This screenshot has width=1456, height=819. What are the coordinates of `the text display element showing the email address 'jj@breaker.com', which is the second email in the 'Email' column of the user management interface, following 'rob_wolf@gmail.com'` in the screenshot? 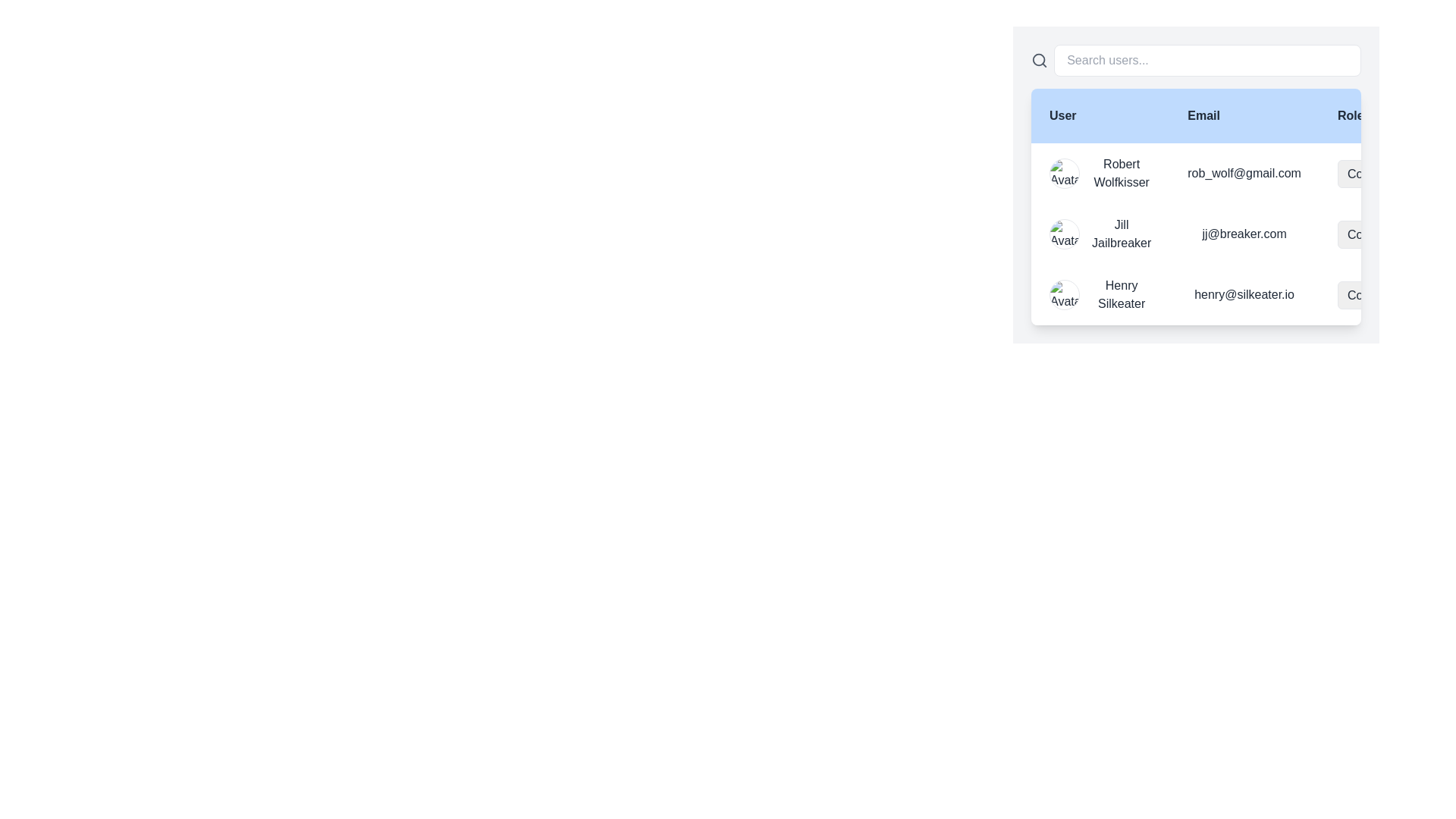 It's located at (1244, 234).